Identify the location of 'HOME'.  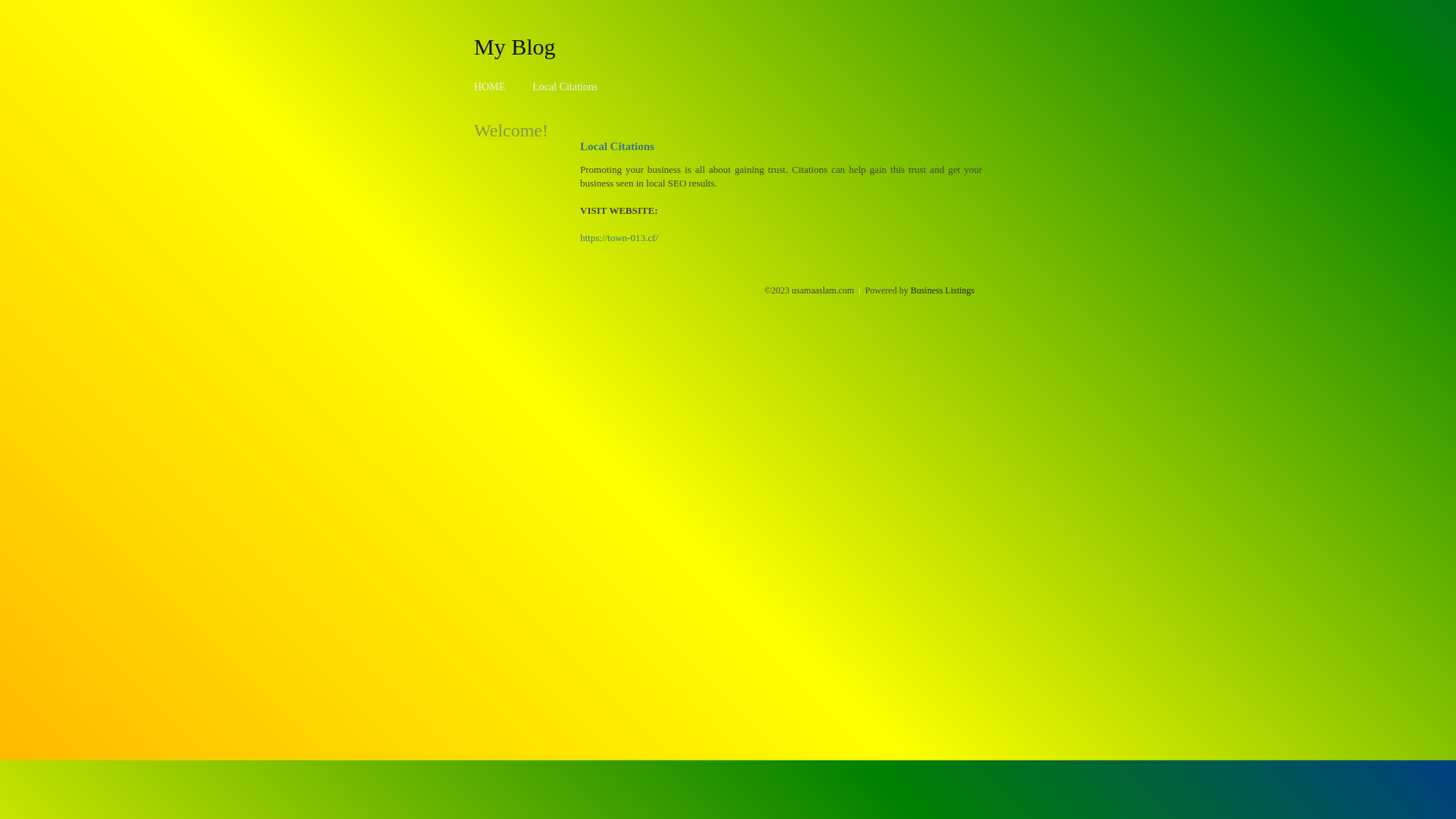
(489, 86).